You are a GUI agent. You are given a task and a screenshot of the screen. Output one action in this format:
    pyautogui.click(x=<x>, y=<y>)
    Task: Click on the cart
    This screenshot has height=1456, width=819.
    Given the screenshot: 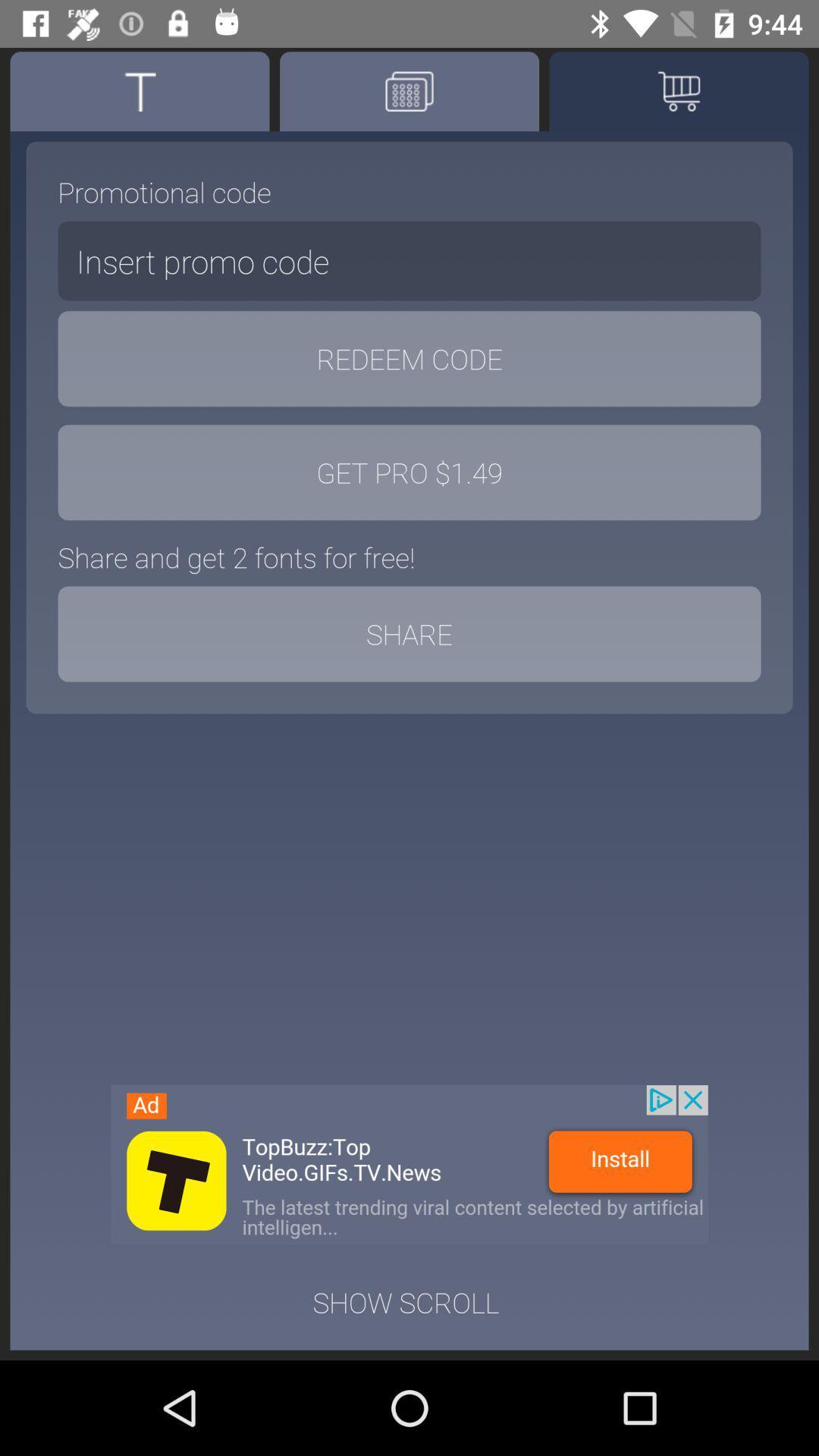 What is the action you would take?
    pyautogui.click(x=678, y=90)
    